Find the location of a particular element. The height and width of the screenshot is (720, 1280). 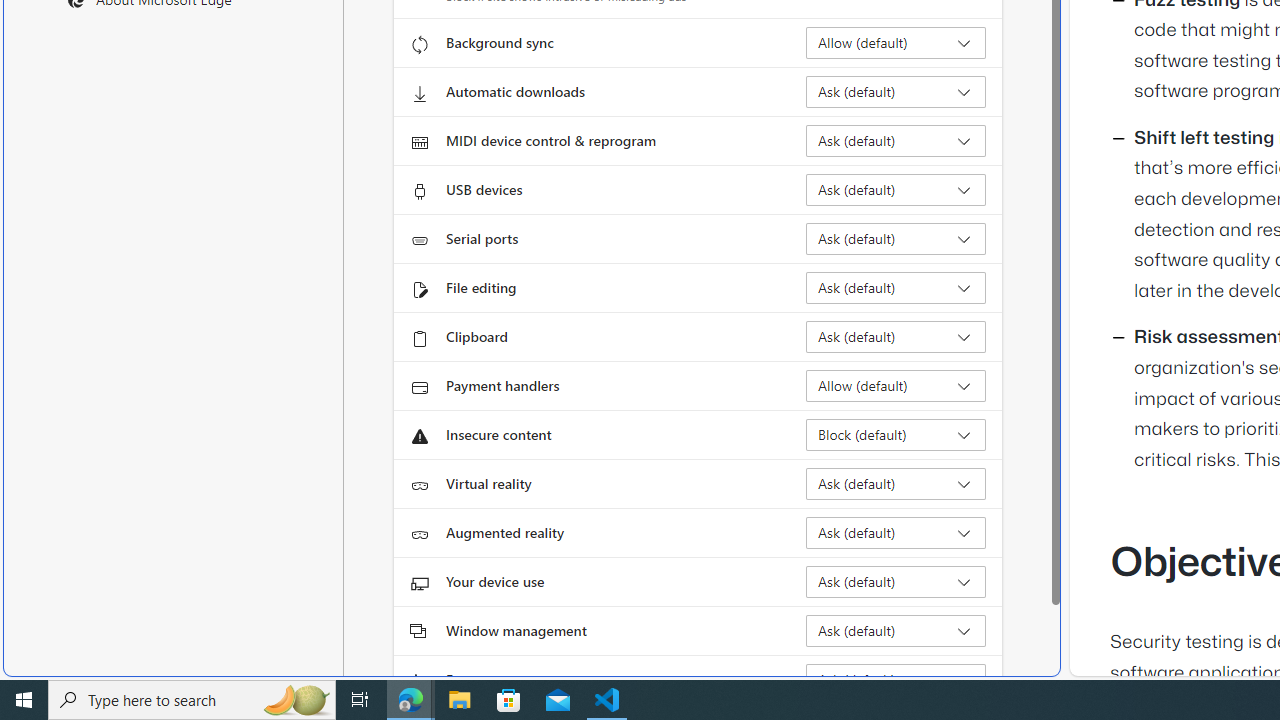

'Augmented reality Ask (default)' is located at coordinates (895, 531).